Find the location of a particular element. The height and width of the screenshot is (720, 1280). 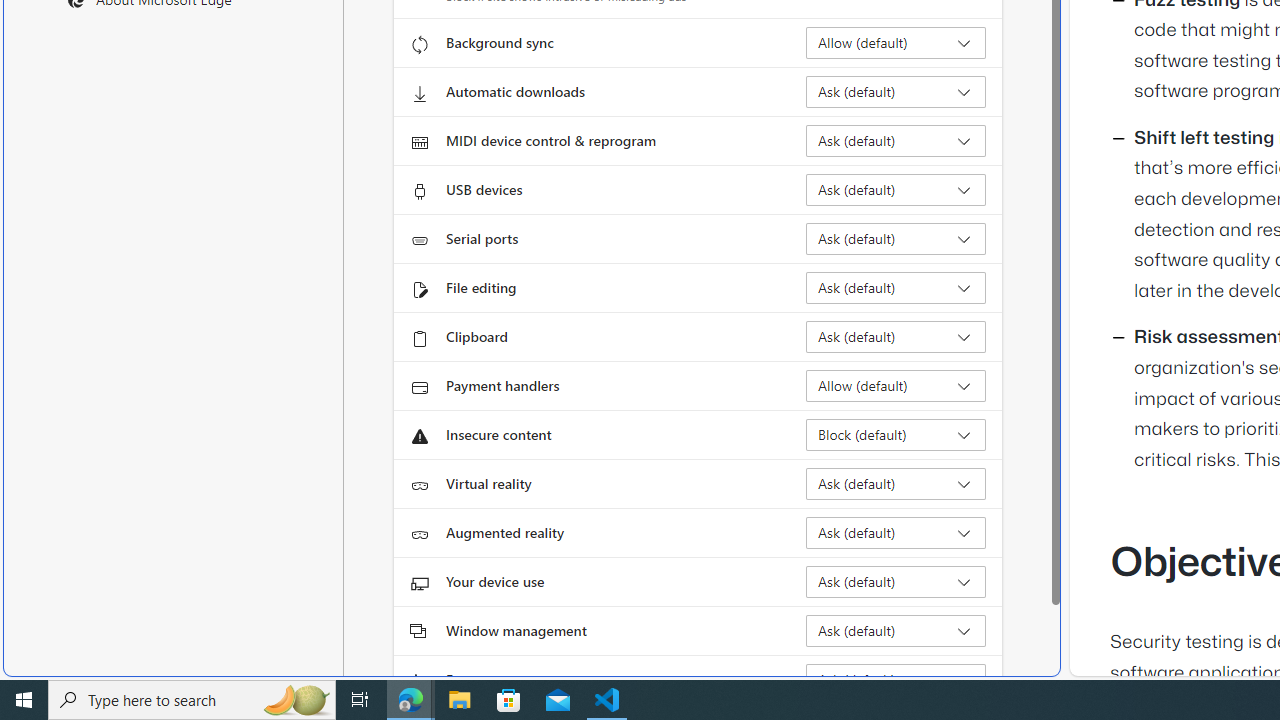

'Augmented reality Ask (default)' is located at coordinates (895, 531).